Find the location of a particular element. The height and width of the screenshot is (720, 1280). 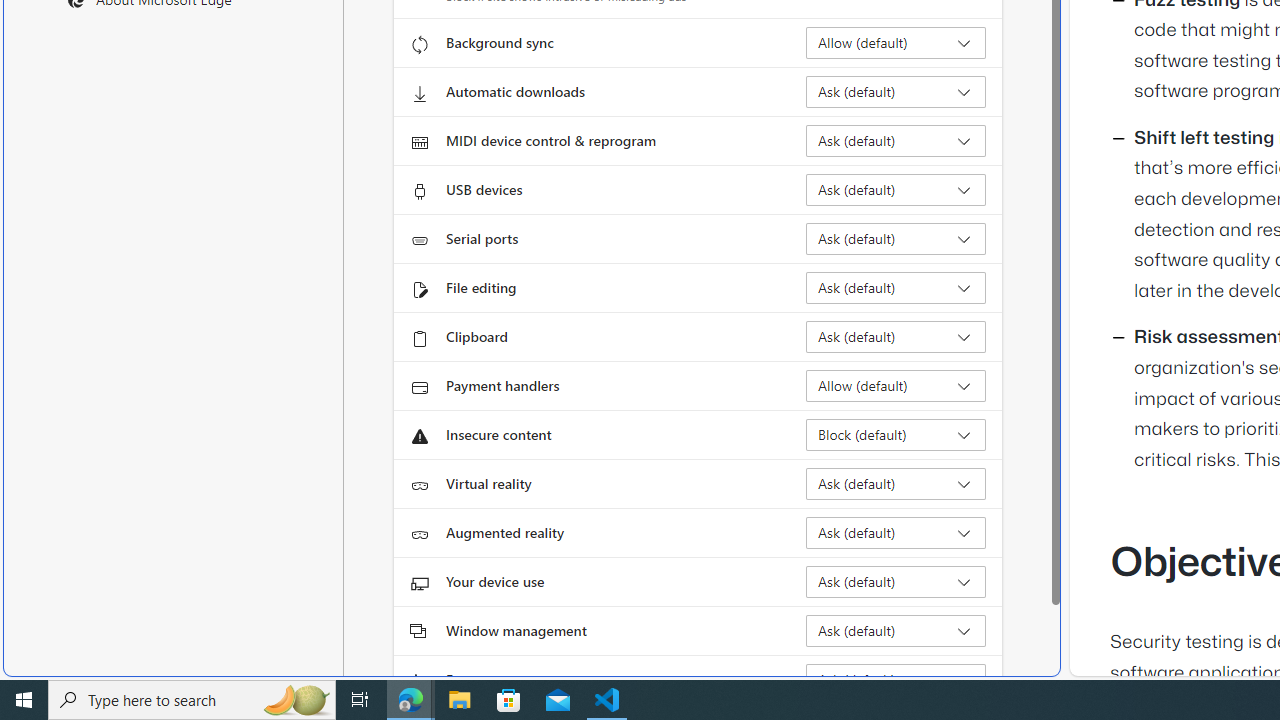

'Augmented reality Ask (default)' is located at coordinates (895, 531).